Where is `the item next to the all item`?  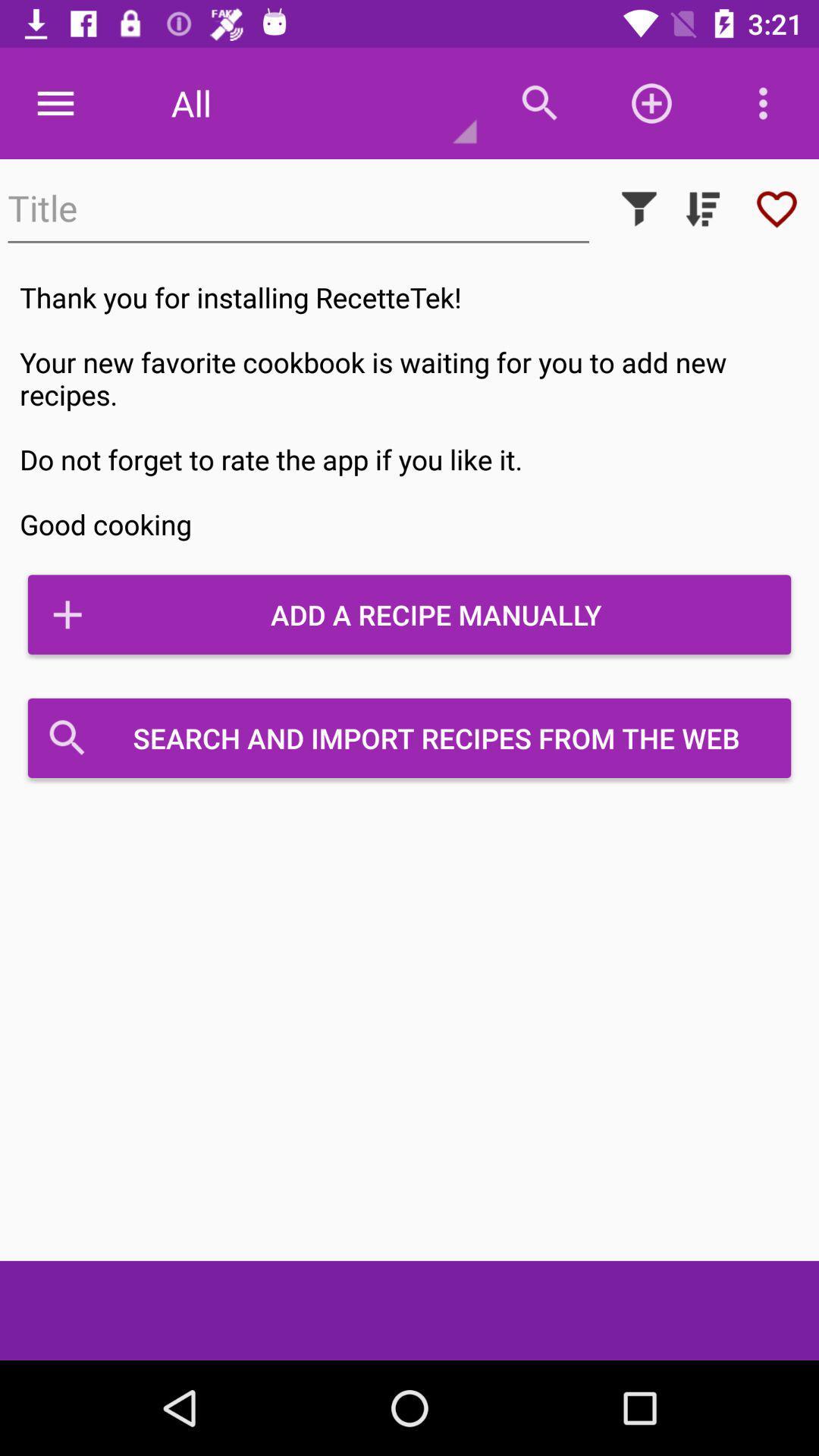 the item next to the all item is located at coordinates (55, 102).